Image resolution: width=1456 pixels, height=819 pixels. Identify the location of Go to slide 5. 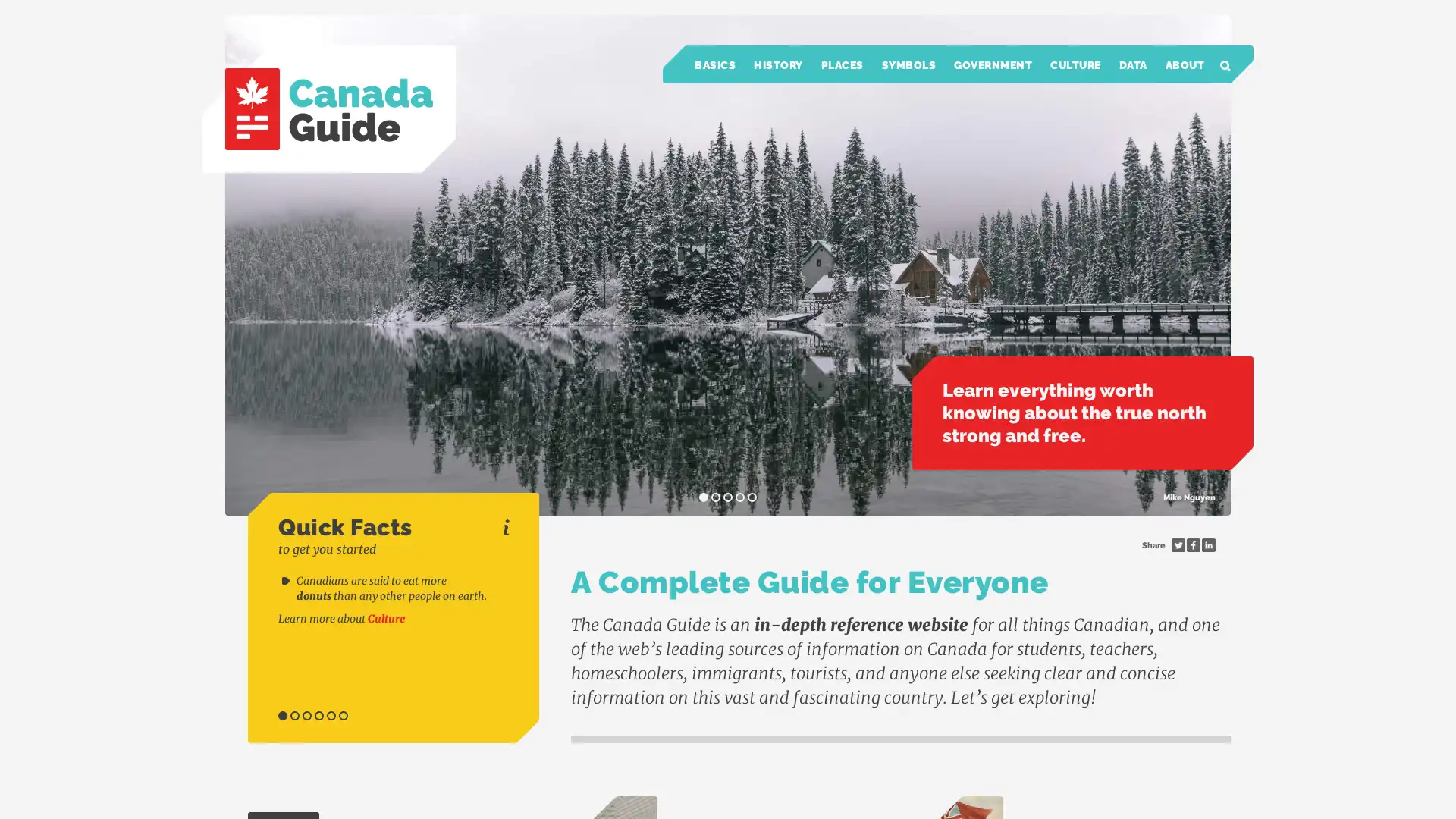
(330, 716).